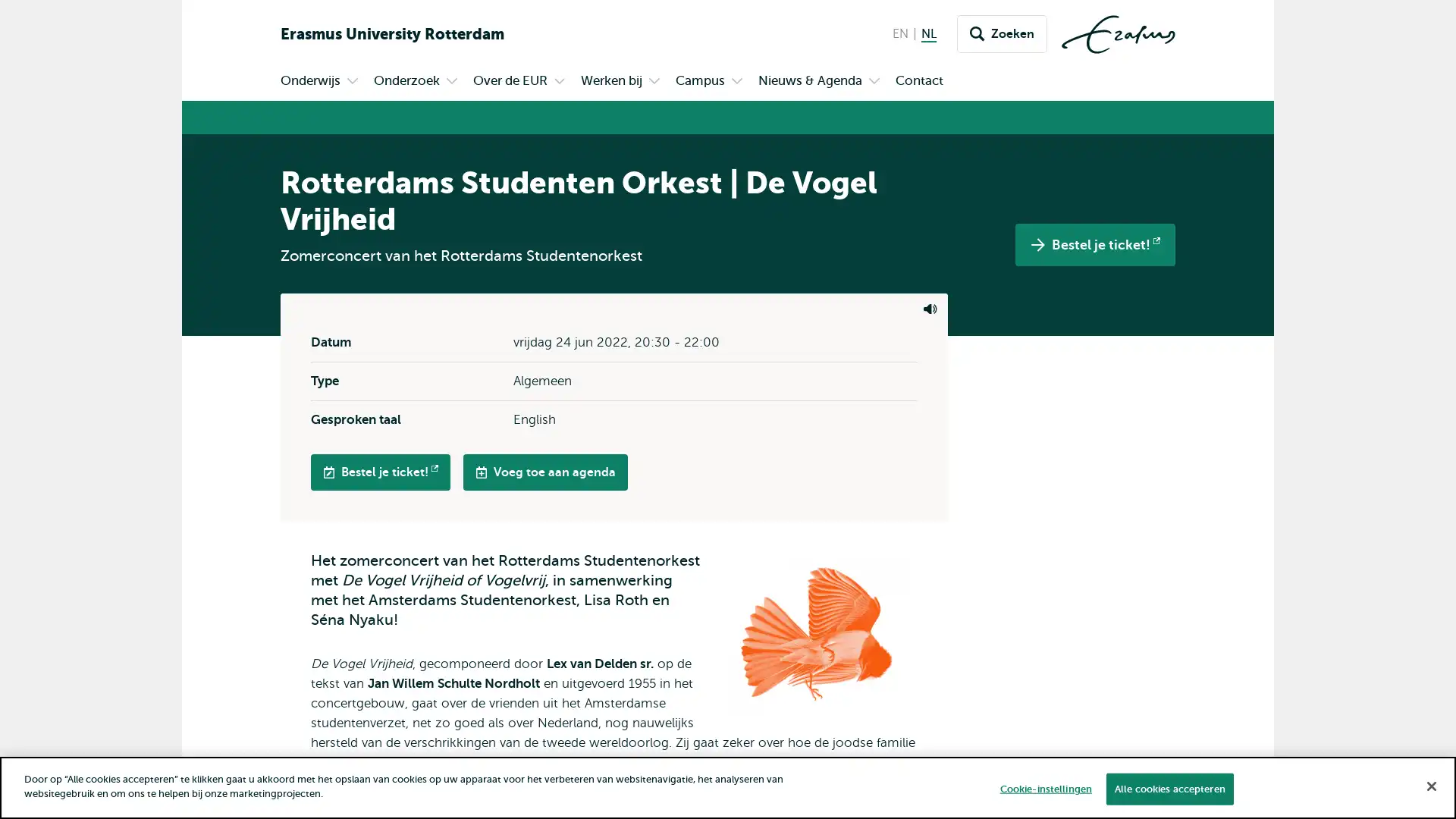 Image resolution: width=1456 pixels, height=819 pixels. I want to click on Open submenu, so click(654, 82).